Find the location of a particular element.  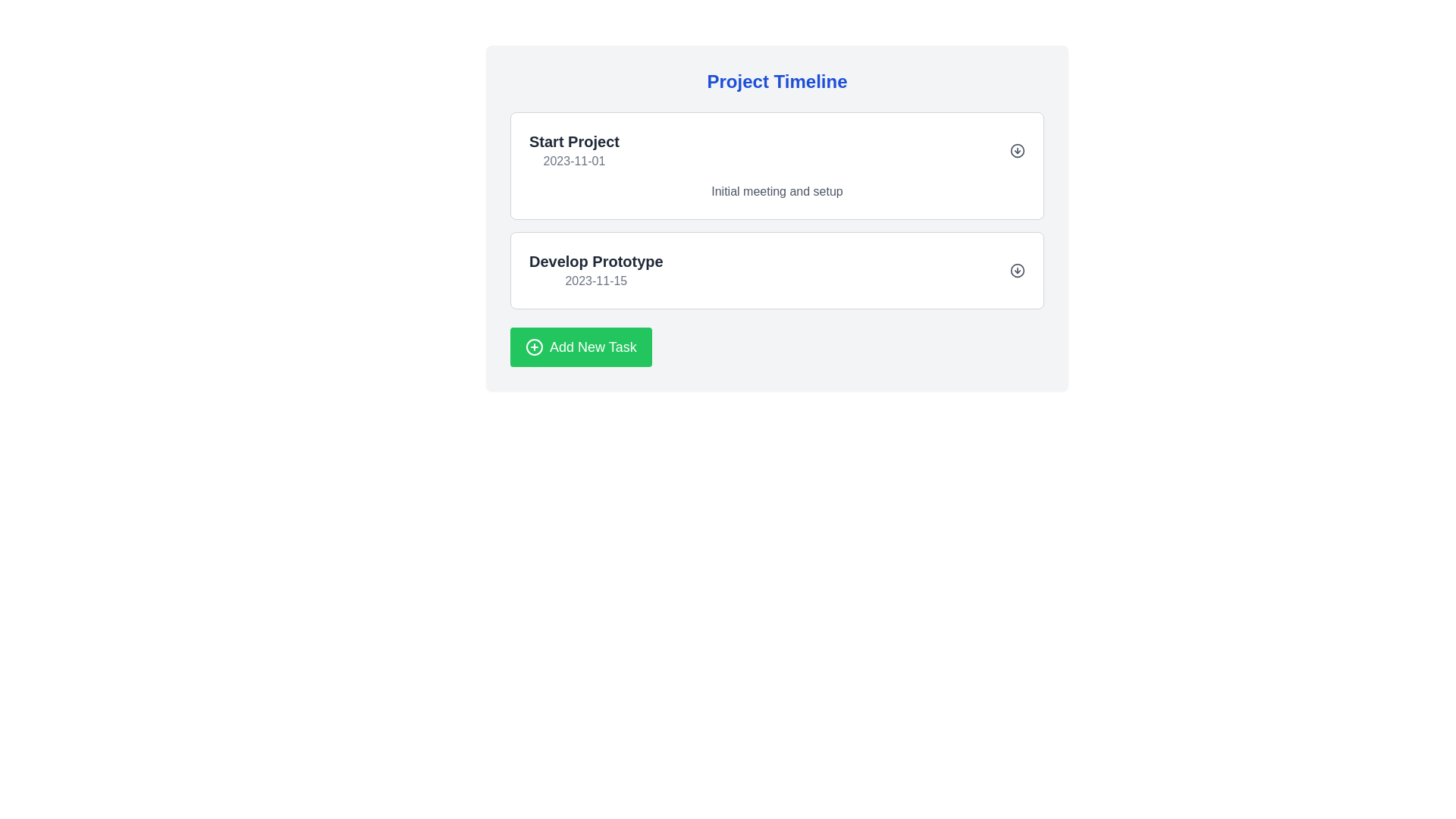

the static text displaying the date associated with the 'Develop Prototype' task, located in the card section directly beneath the task title is located at coordinates (595, 281).